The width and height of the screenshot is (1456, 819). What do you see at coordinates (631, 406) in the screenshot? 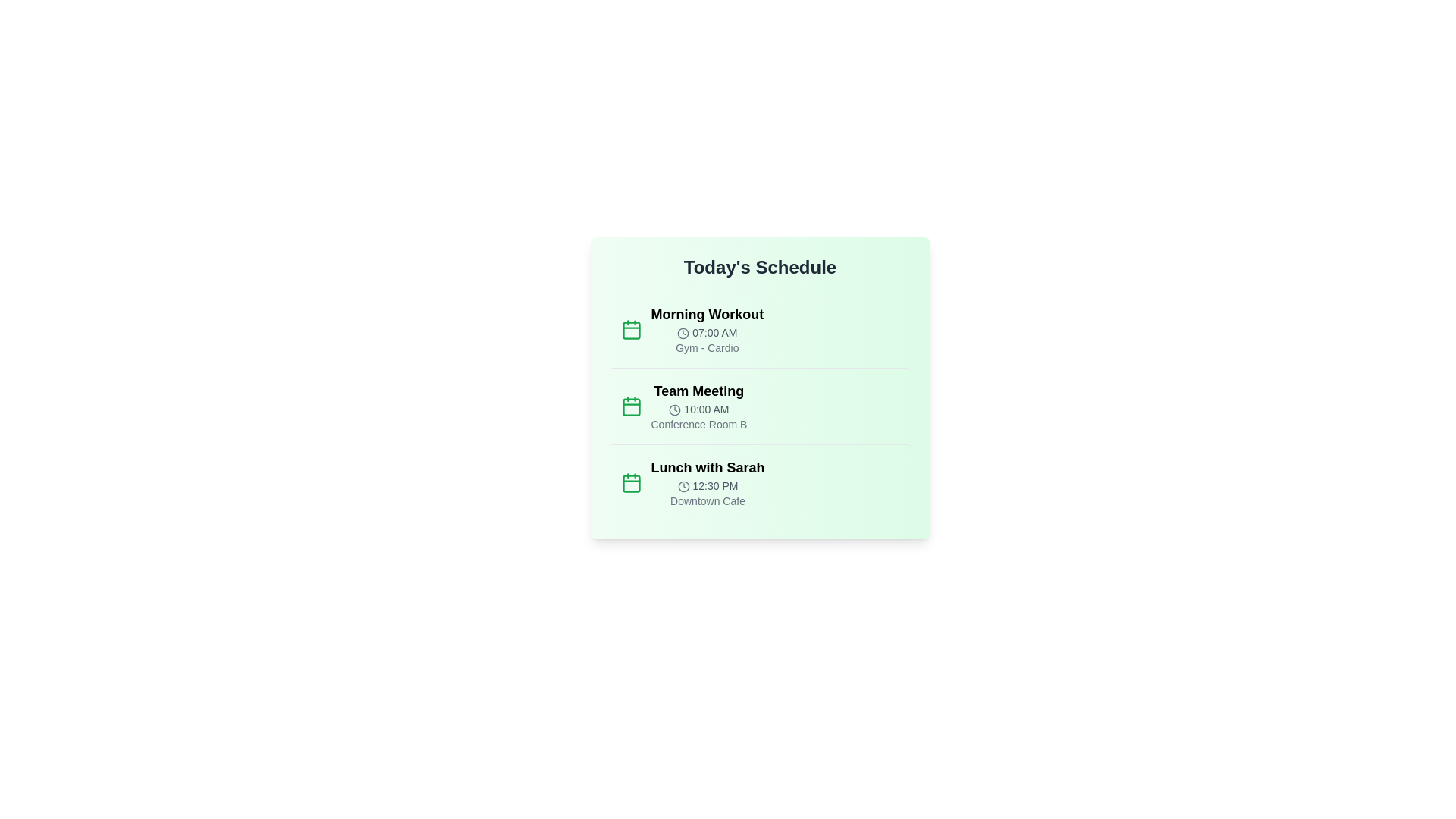
I see `the calendar icon for the Team Meeting event` at bounding box center [631, 406].